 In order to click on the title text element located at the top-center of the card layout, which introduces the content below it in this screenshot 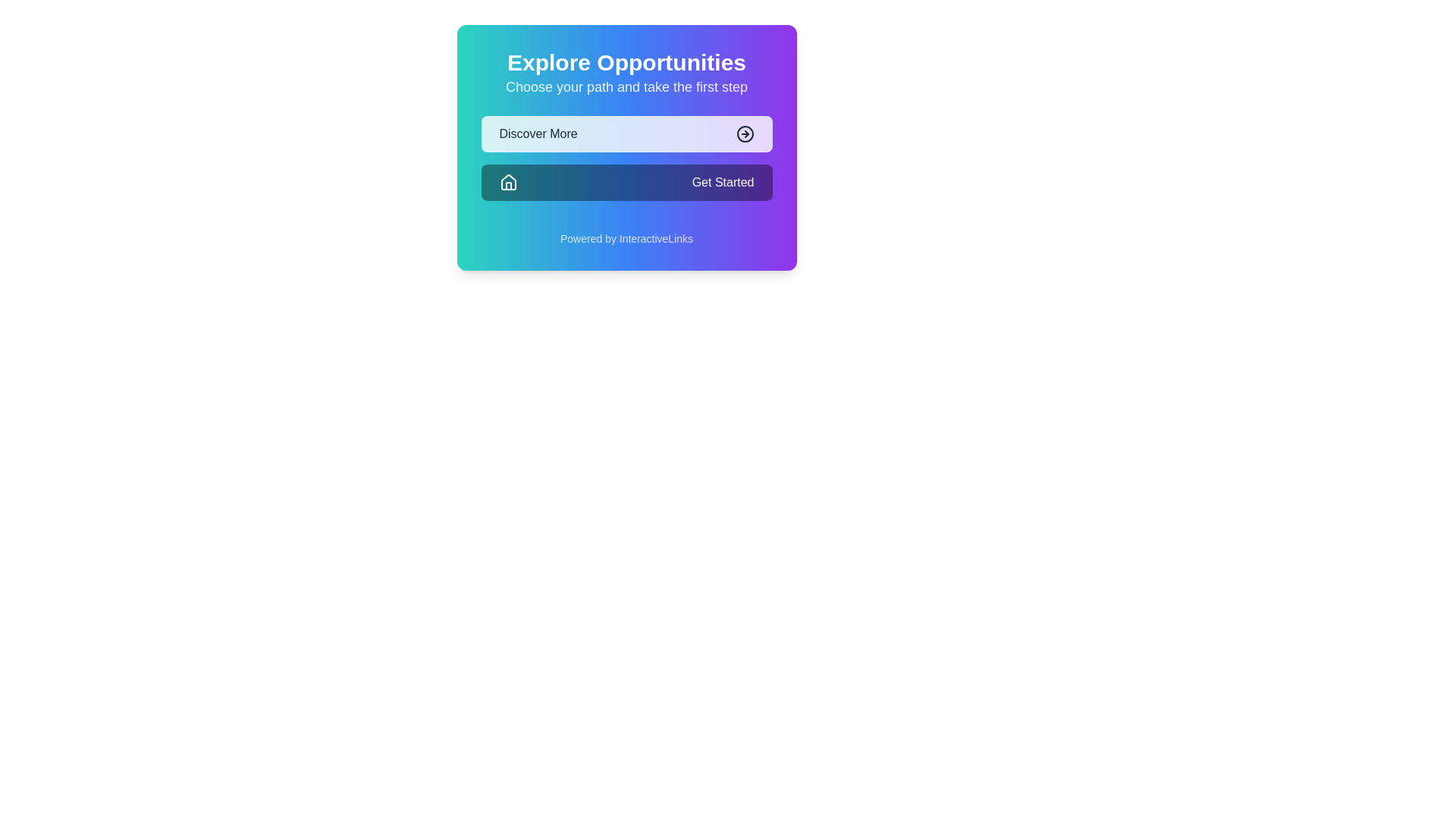, I will do `click(626, 62)`.